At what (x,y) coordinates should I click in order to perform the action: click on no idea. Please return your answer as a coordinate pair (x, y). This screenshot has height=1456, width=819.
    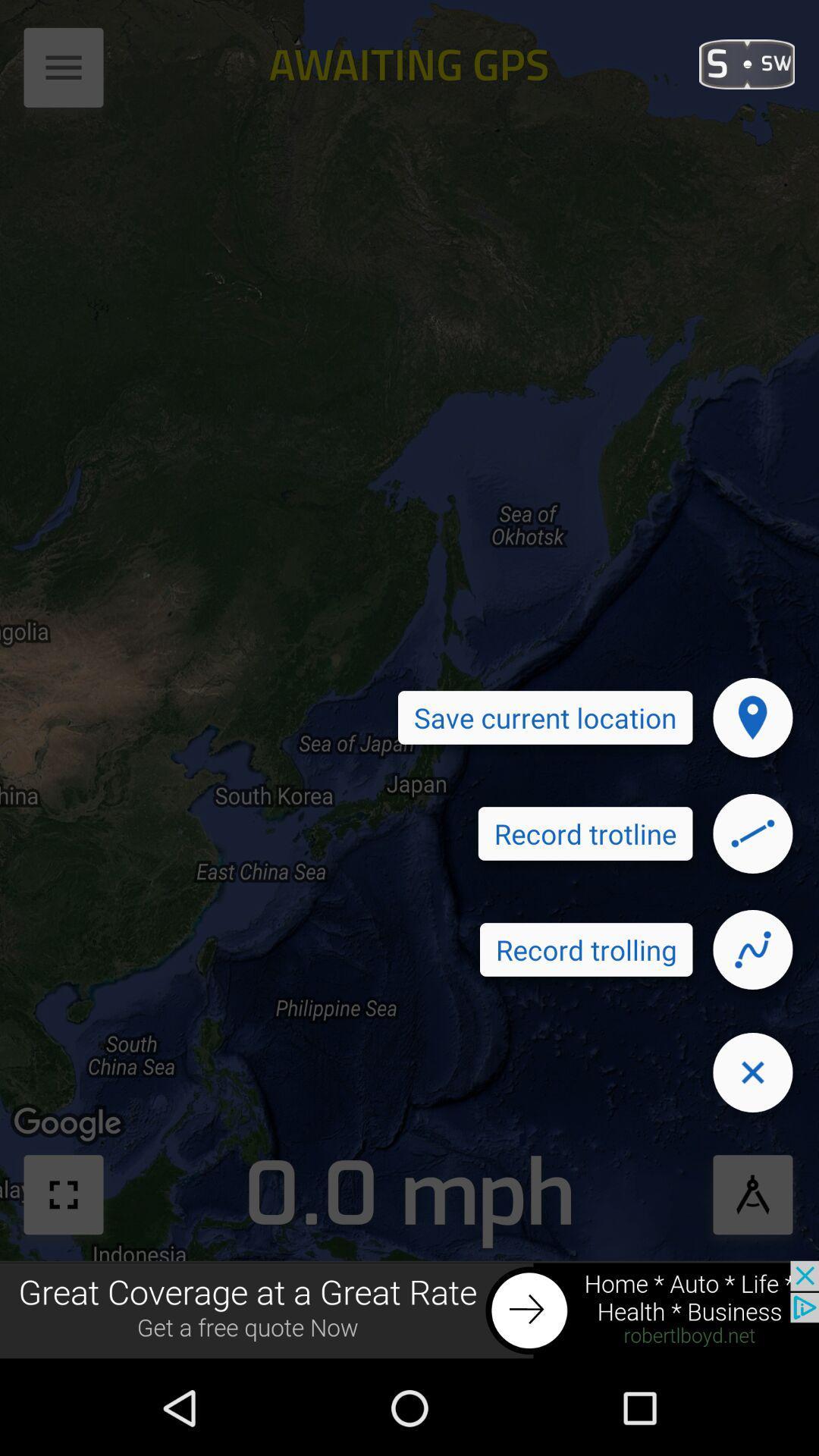
    Looking at the image, I should click on (752, 833).